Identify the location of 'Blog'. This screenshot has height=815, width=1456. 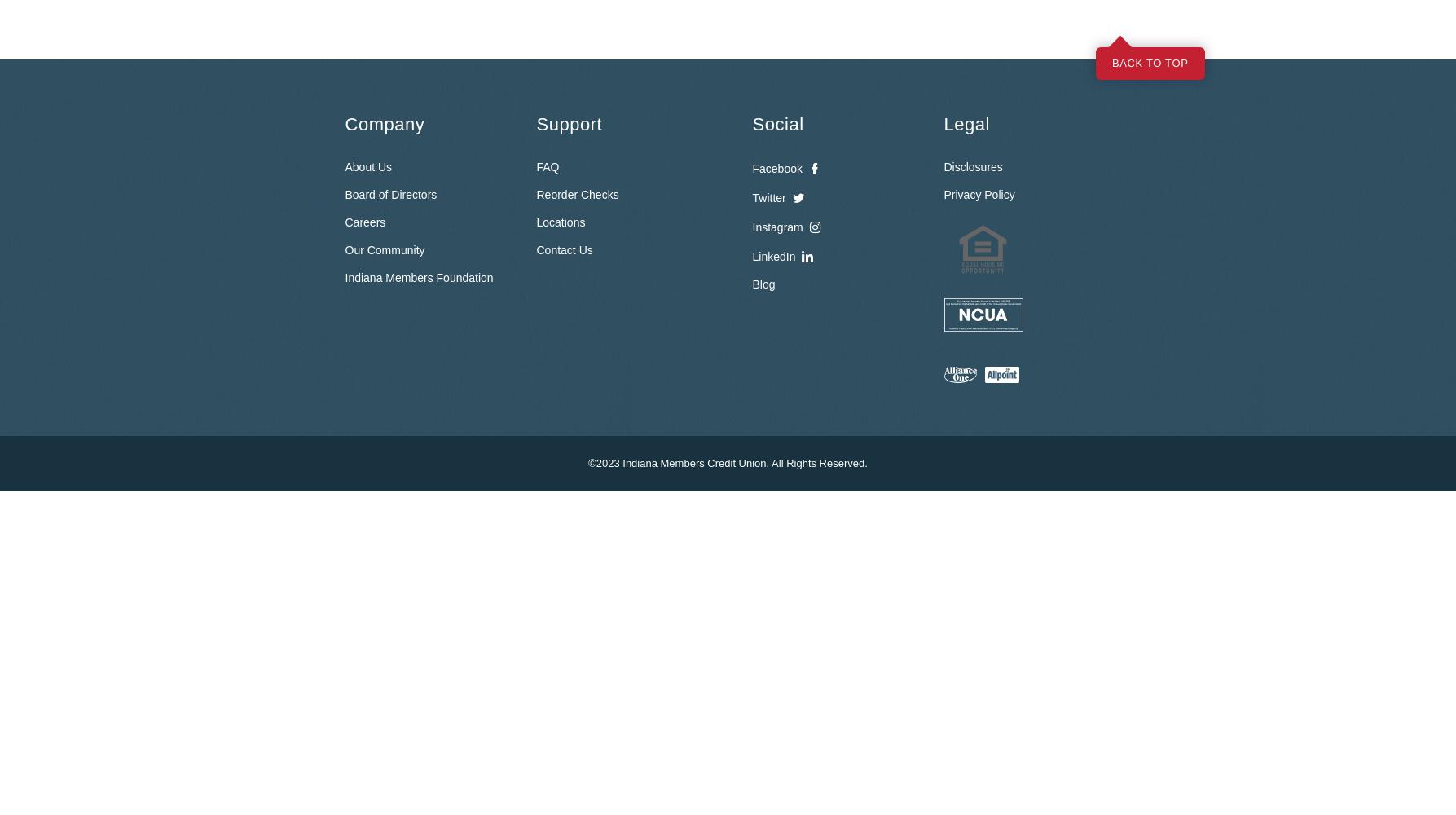
(762, 283).